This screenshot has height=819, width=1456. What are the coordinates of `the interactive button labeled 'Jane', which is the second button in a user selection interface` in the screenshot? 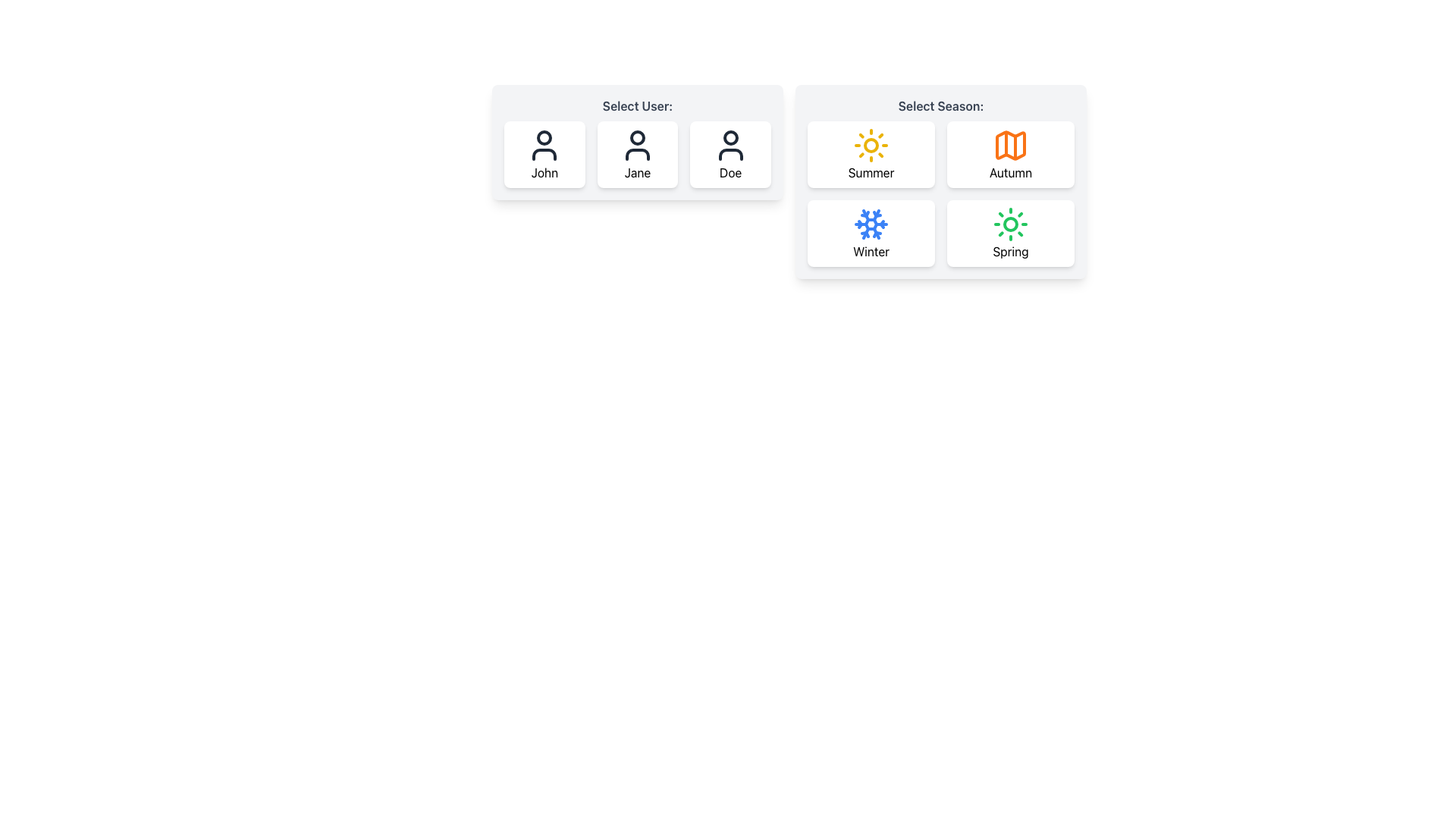 It's located at (637, 143).